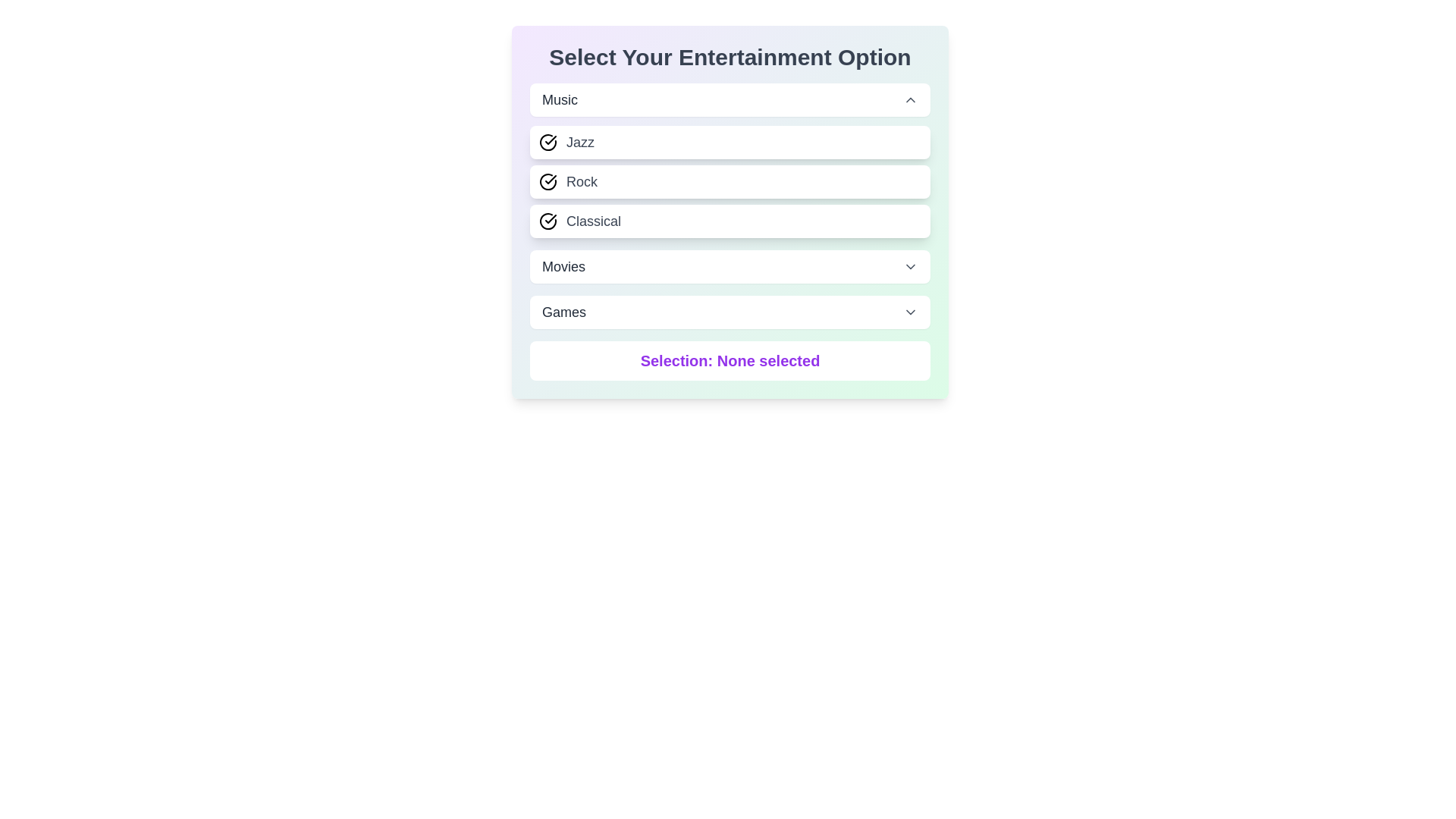 This screenshot has height=819, width=1456. Describe the element at coordinates (730, 180) in the screenshot. I see `the 'Rock' option in the selectable list under the 'Music' section` at that location.